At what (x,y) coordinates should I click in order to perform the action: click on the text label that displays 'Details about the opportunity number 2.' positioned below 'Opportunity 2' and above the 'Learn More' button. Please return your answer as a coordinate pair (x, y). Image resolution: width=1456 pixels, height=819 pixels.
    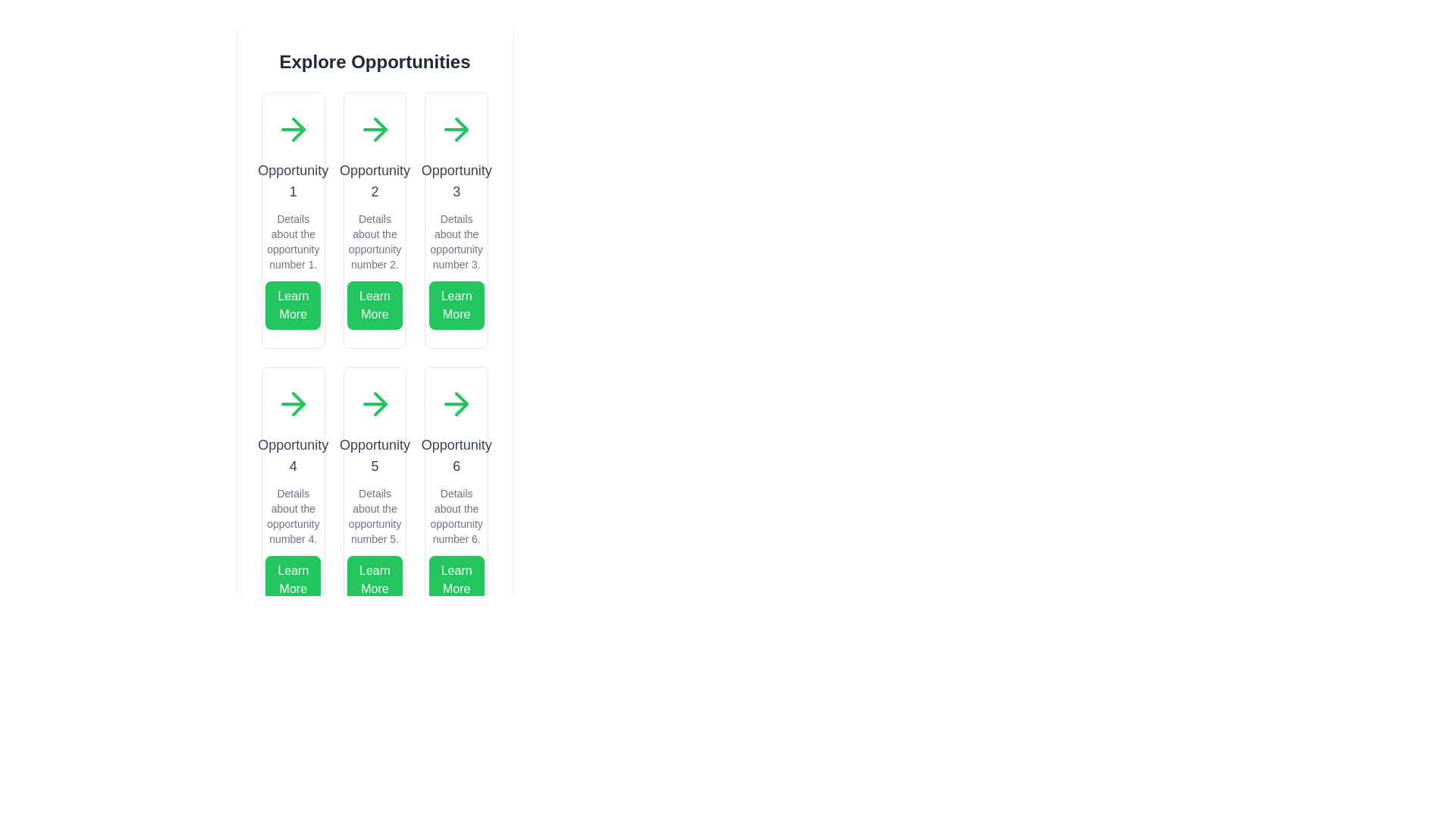
    Looking at the image, I should click on (375, 241).